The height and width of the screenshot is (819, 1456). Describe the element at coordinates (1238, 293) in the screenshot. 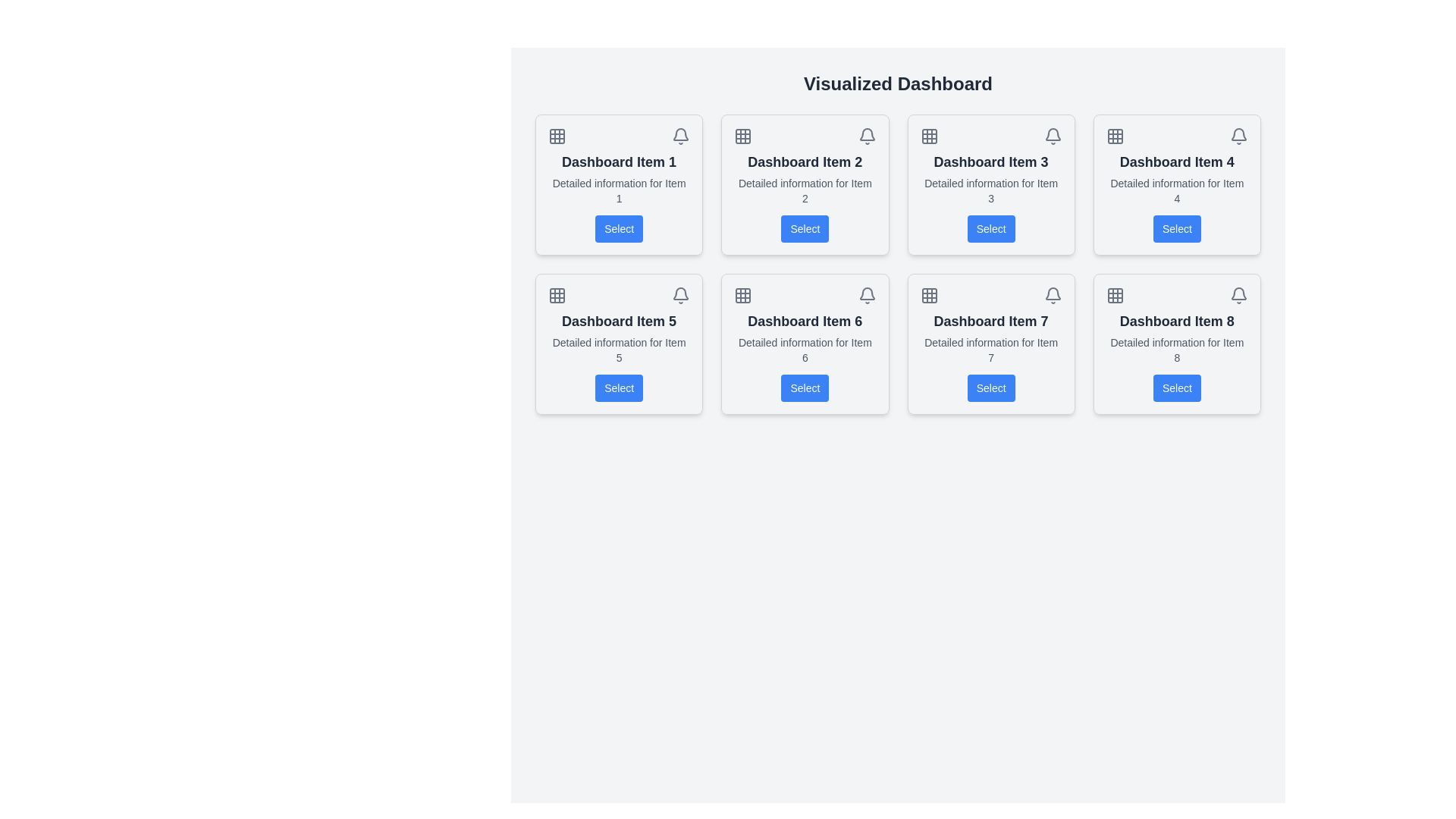

I see `the bell-shaped notification icon with a gray outline located` at that location.